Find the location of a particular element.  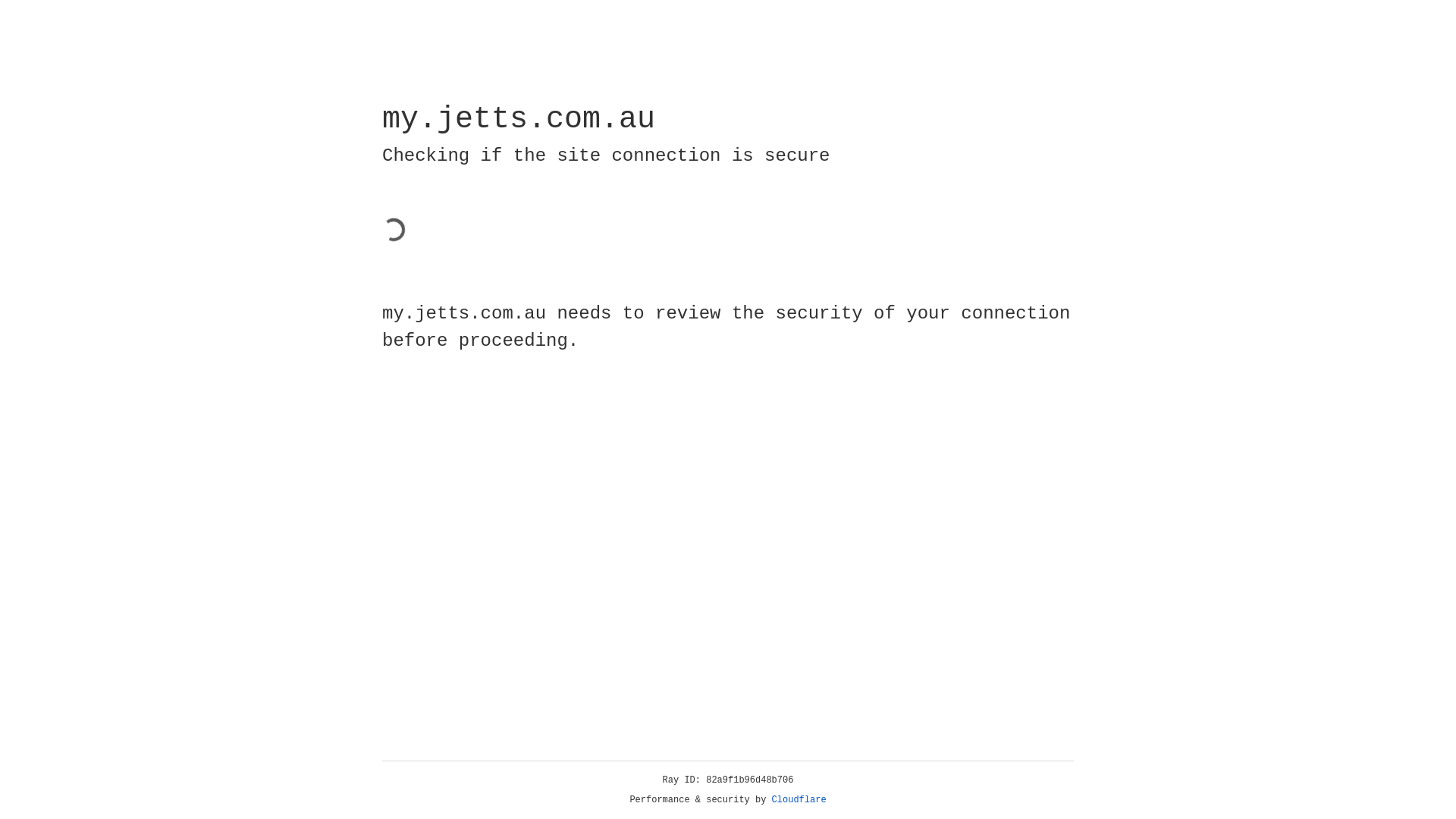

'Cloudflare' is located at coordinates (799, 799).